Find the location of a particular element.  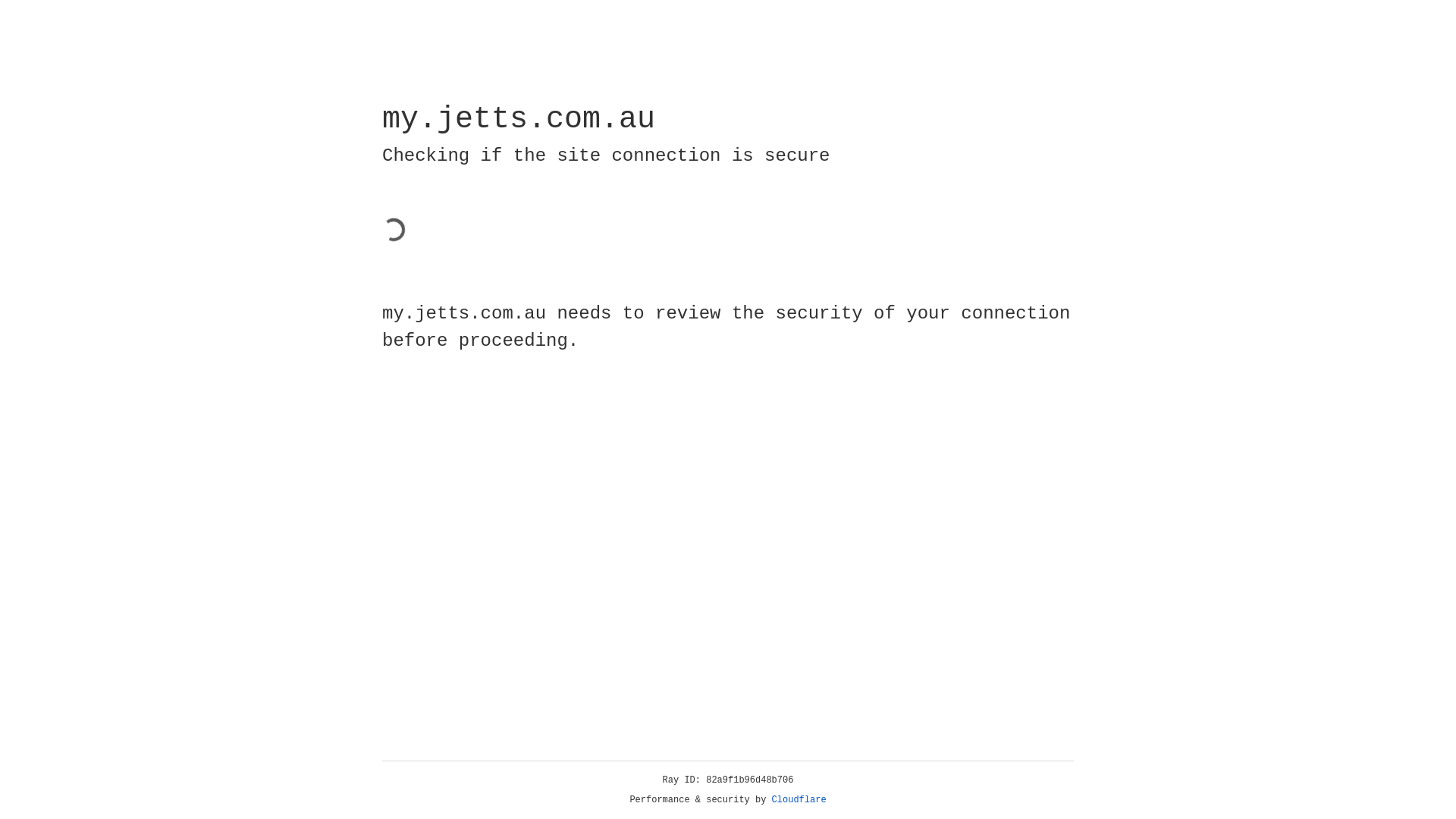

'Cloudflare' is located at coordinates (799, 799).